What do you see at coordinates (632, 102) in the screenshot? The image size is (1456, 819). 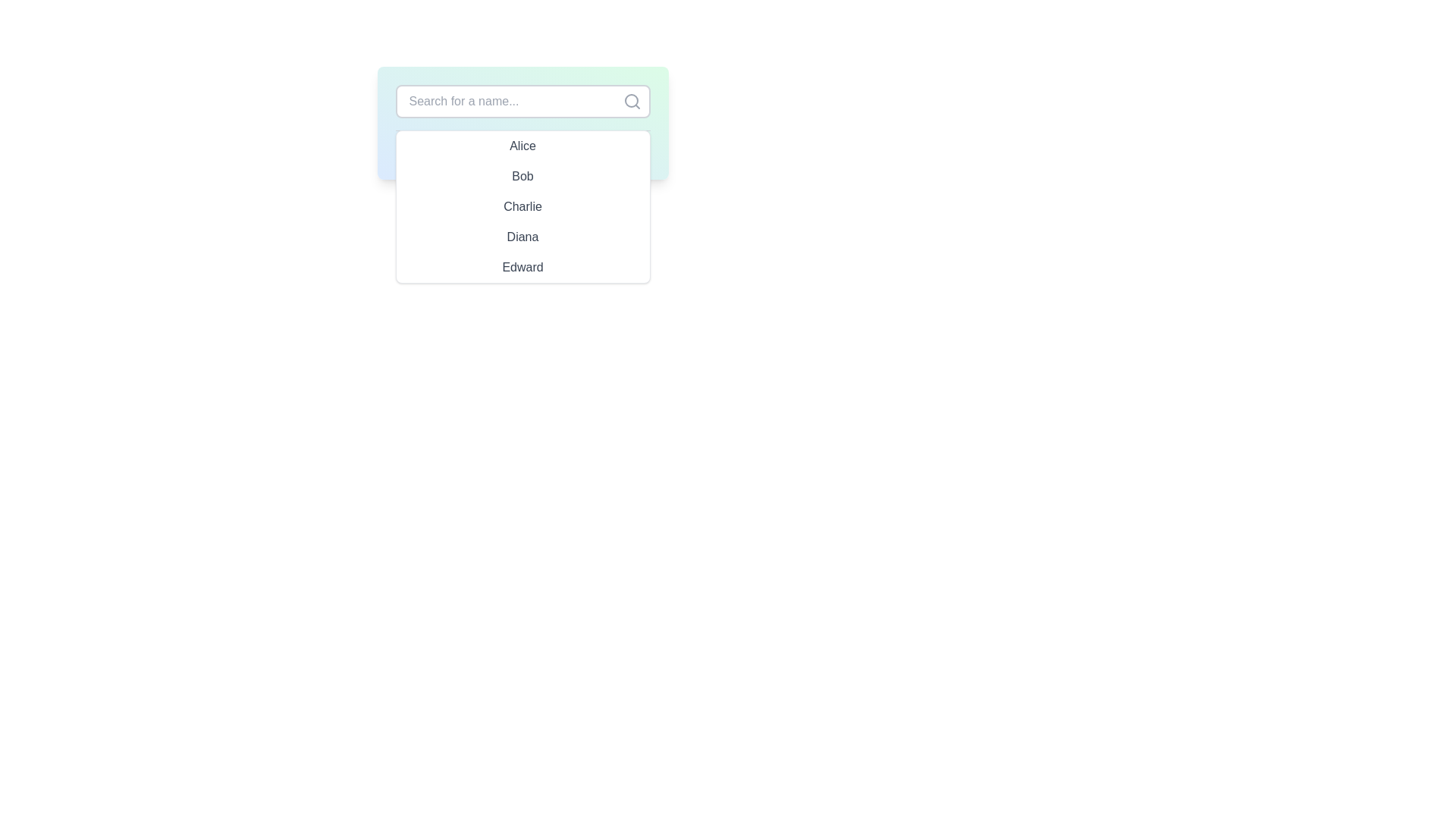 I see `the compact search icon, depicted as a magnifying glass, located at the right end of the search input field` at bounding box center [632, 102].